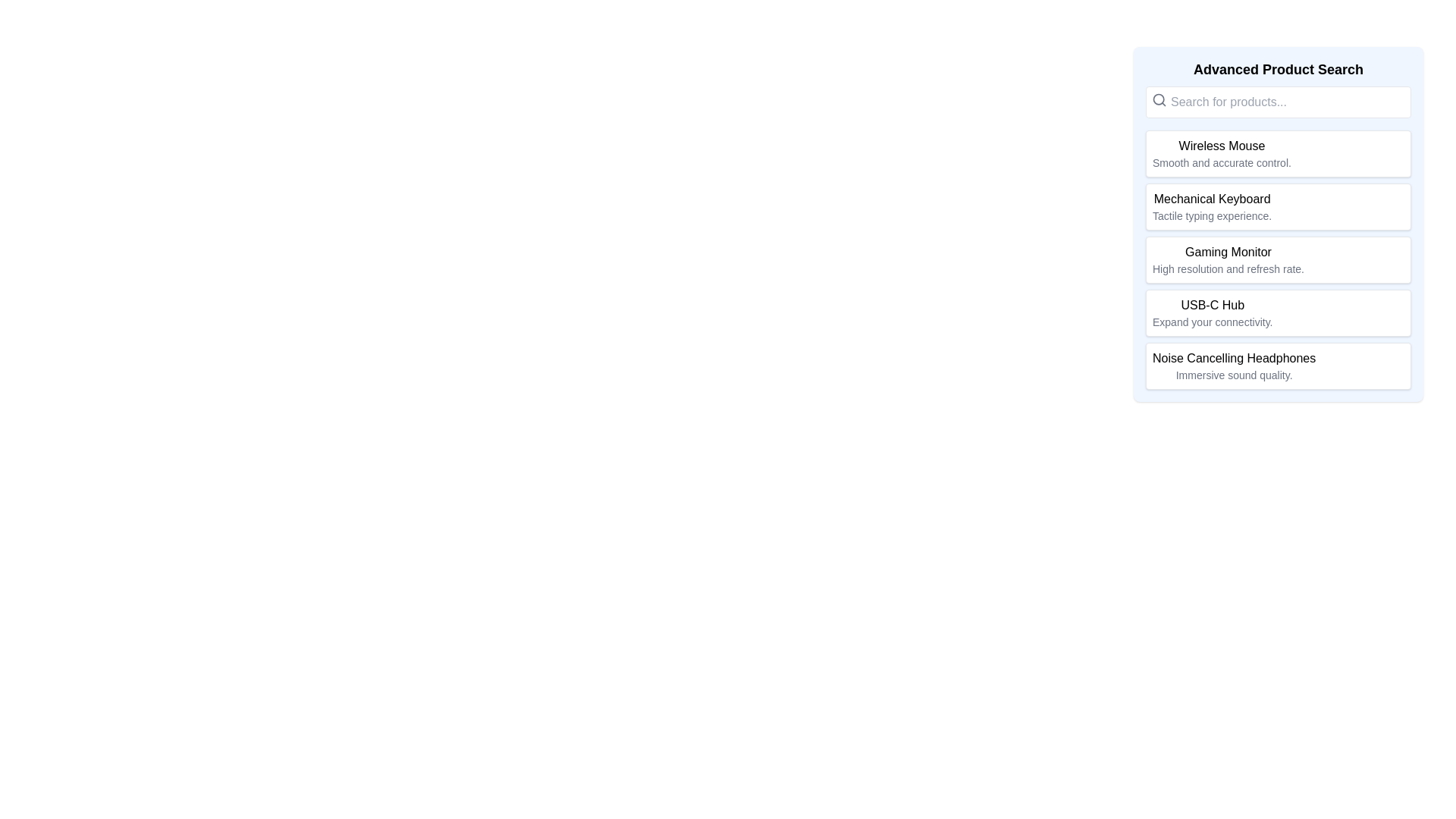  What do you see at coordinates (1277, 259) in the screenshot?
I see `the 'Gaming Monitor' text description block styled in a box with a white background` at bounding box center [1277, 259].